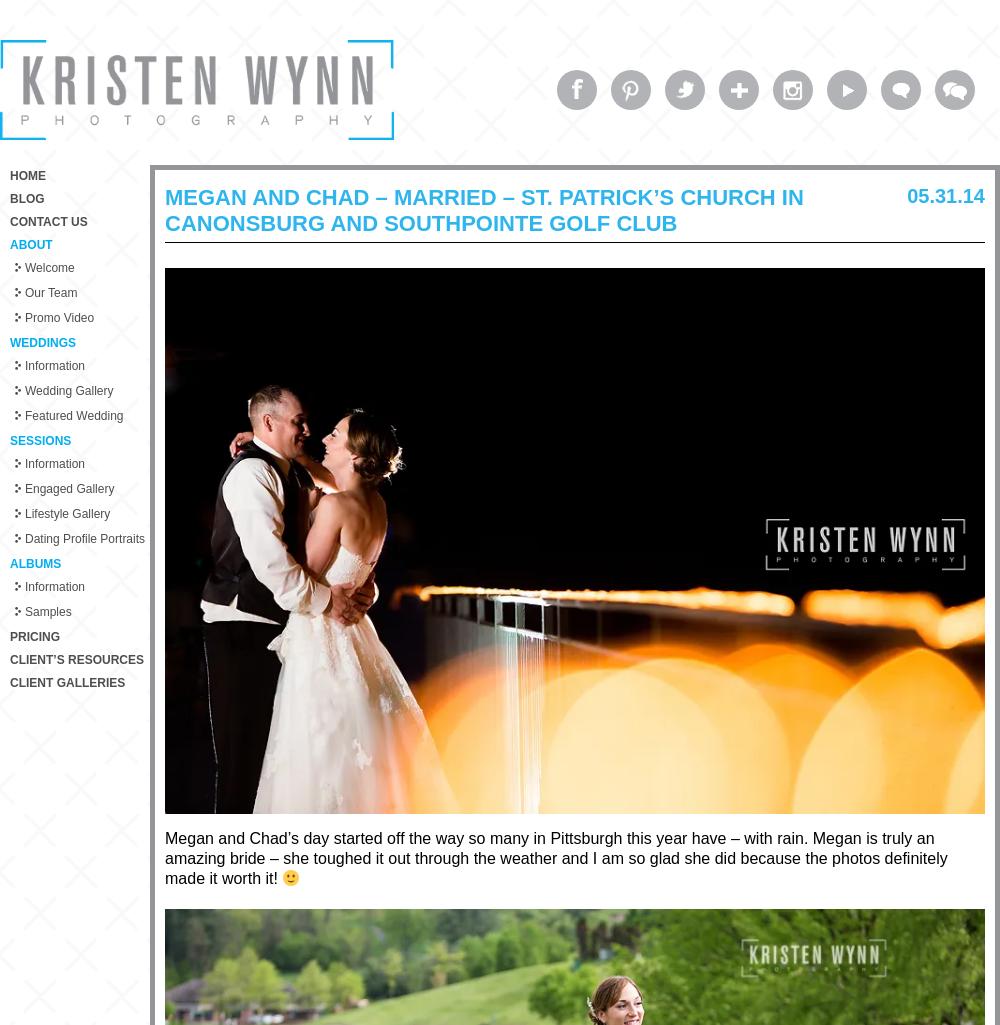 The height and width of the screenshot is (1025, 1000). Describe the element at coordinates (40, 439) in the screenshot. I see `'Sessions'` at that location.